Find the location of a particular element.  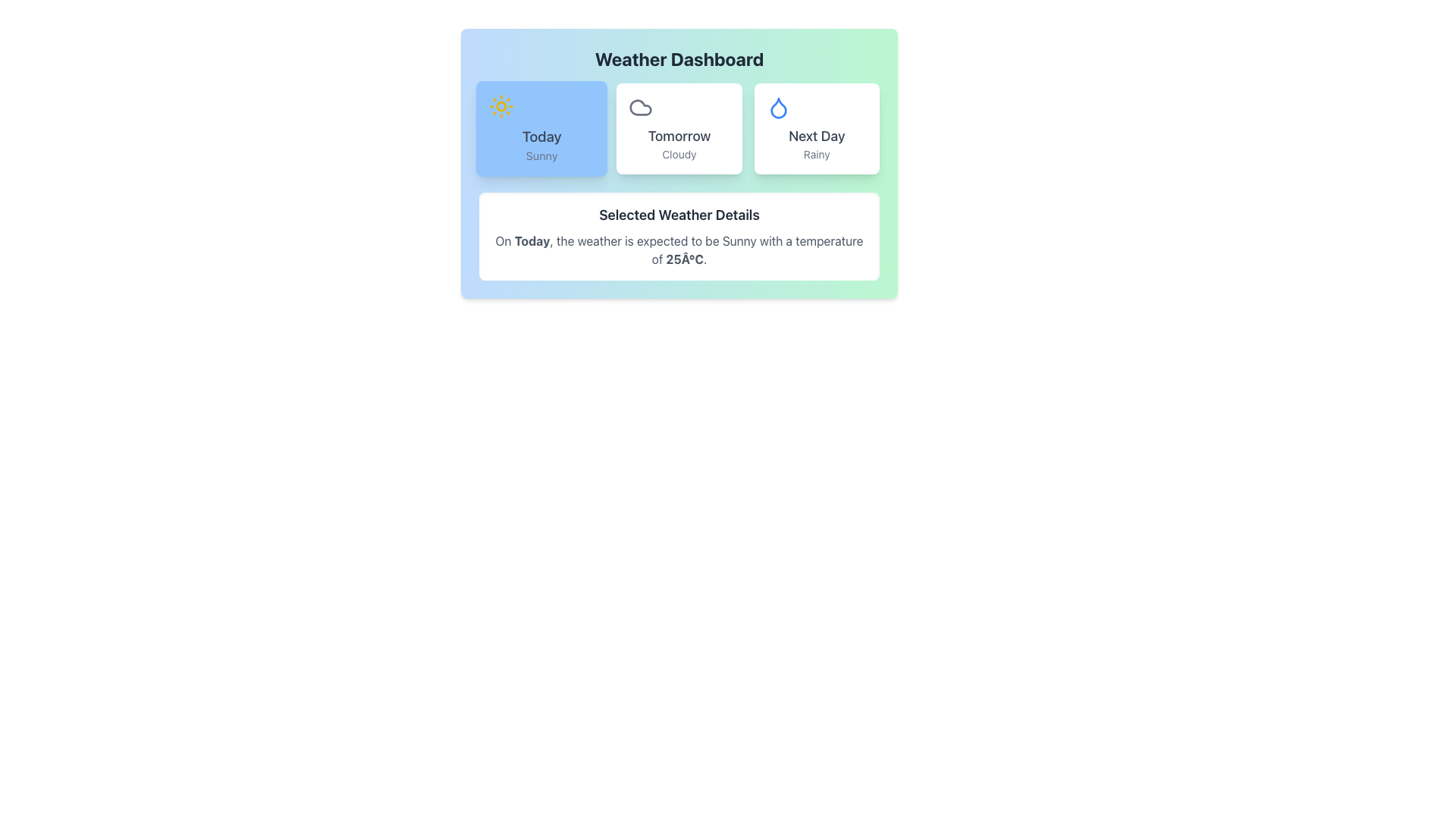

the 'Next Day' text element, which is bold and grayish, located within the third weather information card above the 'Rainy' text is located at coordinates (816, 136).